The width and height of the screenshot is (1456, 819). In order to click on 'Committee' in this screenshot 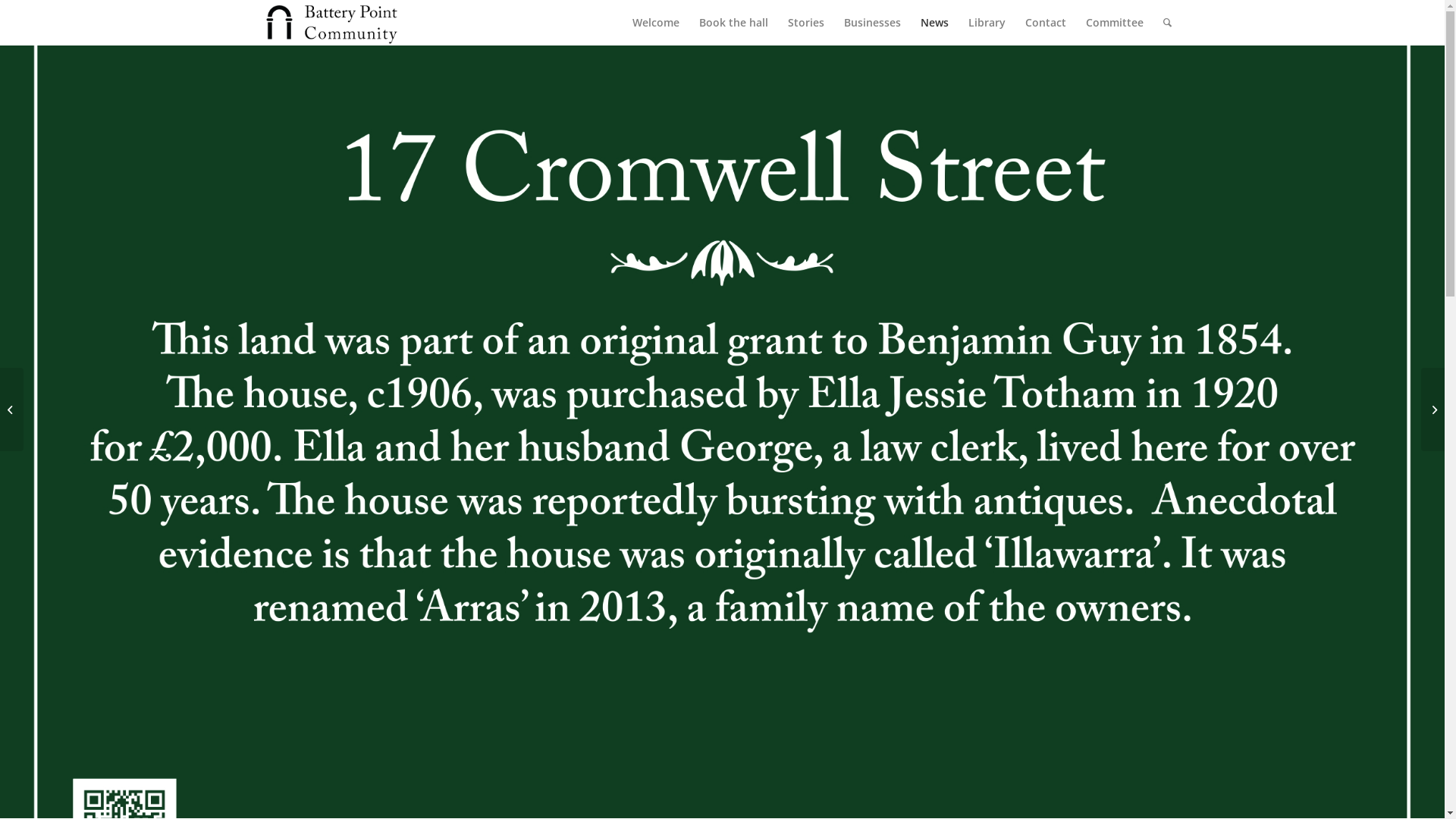, I will do `click(1113, 23)`.